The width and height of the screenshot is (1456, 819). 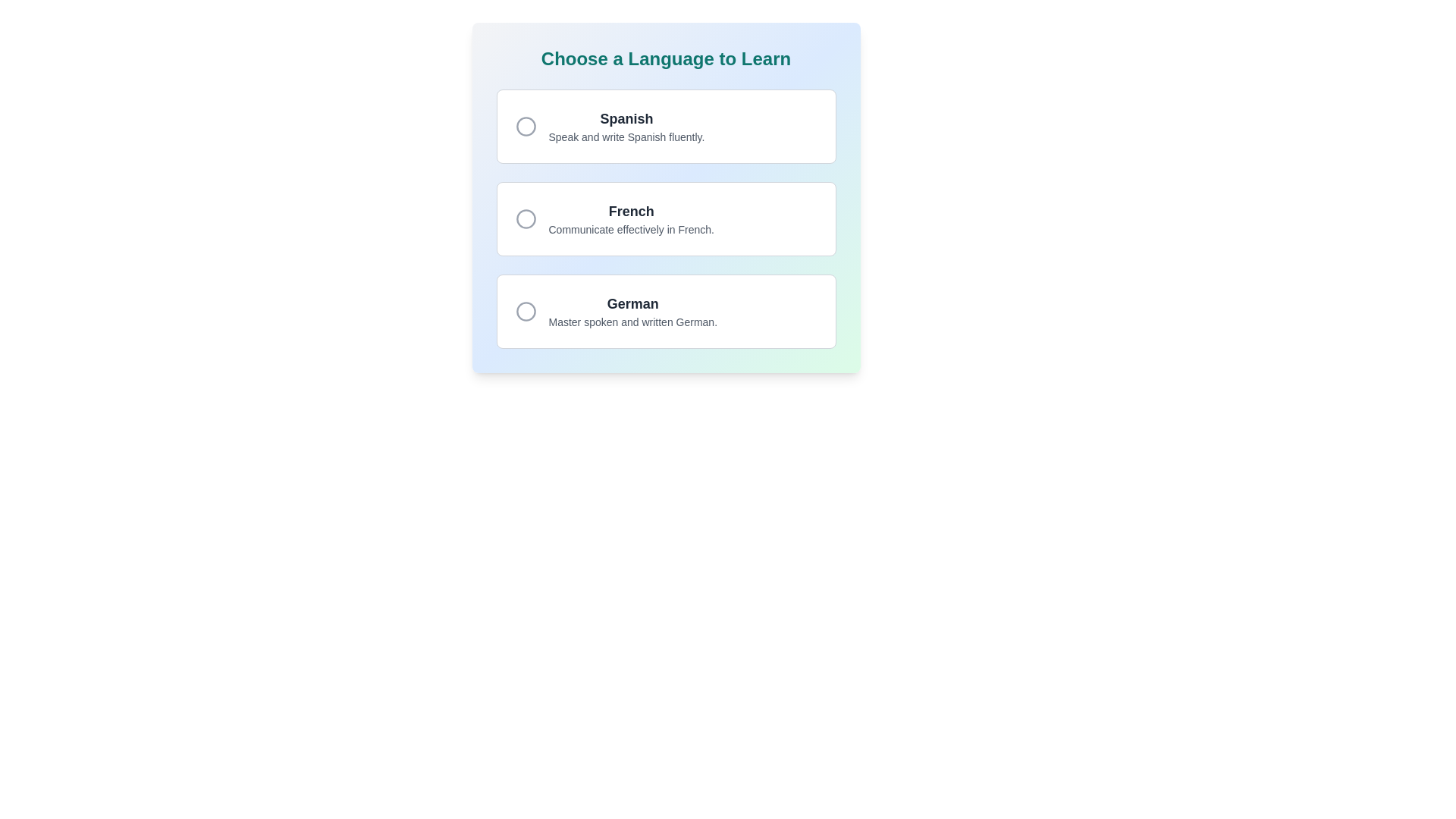 I want to click on the circular radio button with a light gray border, so click(x=526, y=219).